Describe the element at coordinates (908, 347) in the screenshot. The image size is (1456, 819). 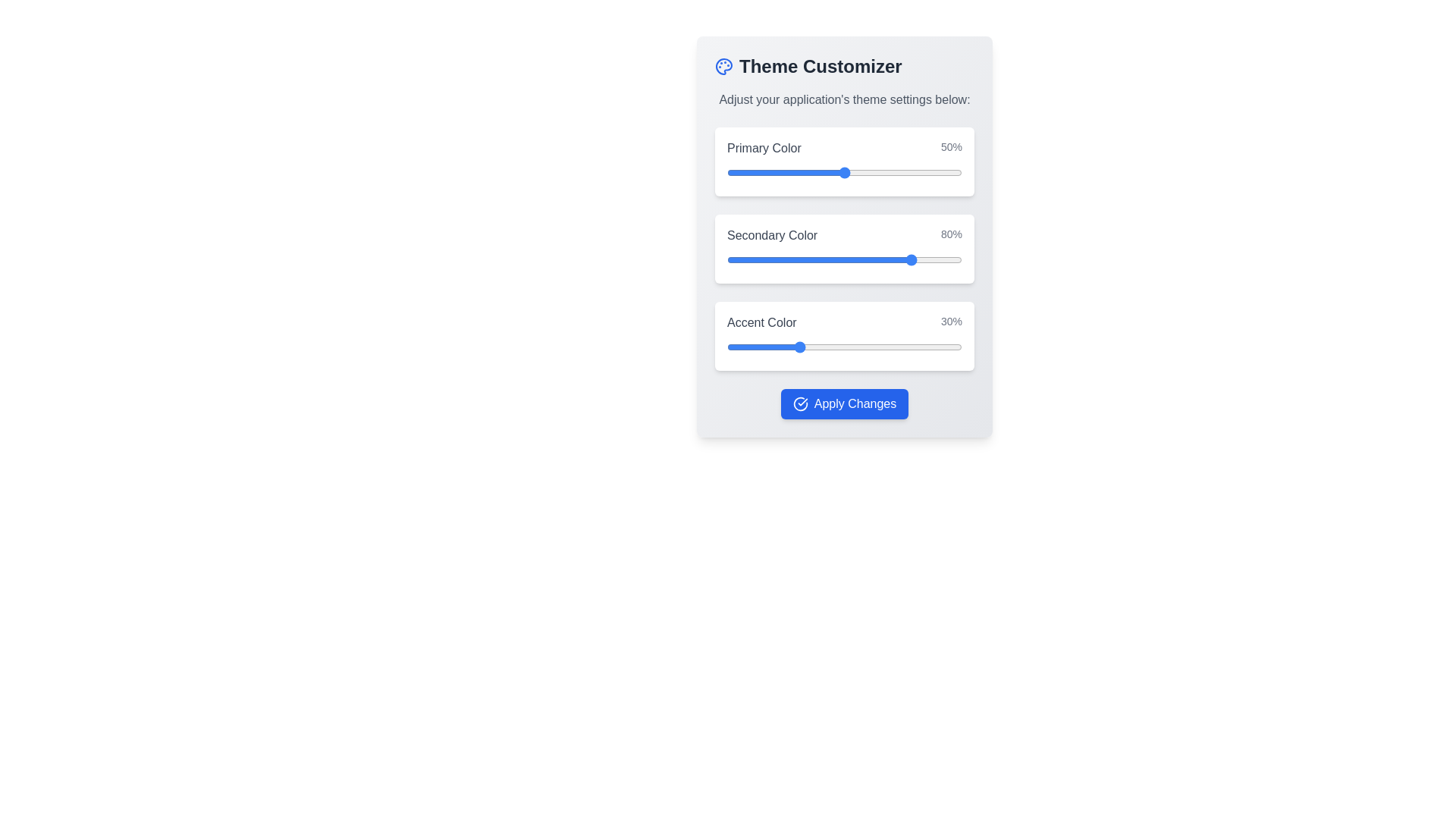
I see `the accent color percentage` at that location.